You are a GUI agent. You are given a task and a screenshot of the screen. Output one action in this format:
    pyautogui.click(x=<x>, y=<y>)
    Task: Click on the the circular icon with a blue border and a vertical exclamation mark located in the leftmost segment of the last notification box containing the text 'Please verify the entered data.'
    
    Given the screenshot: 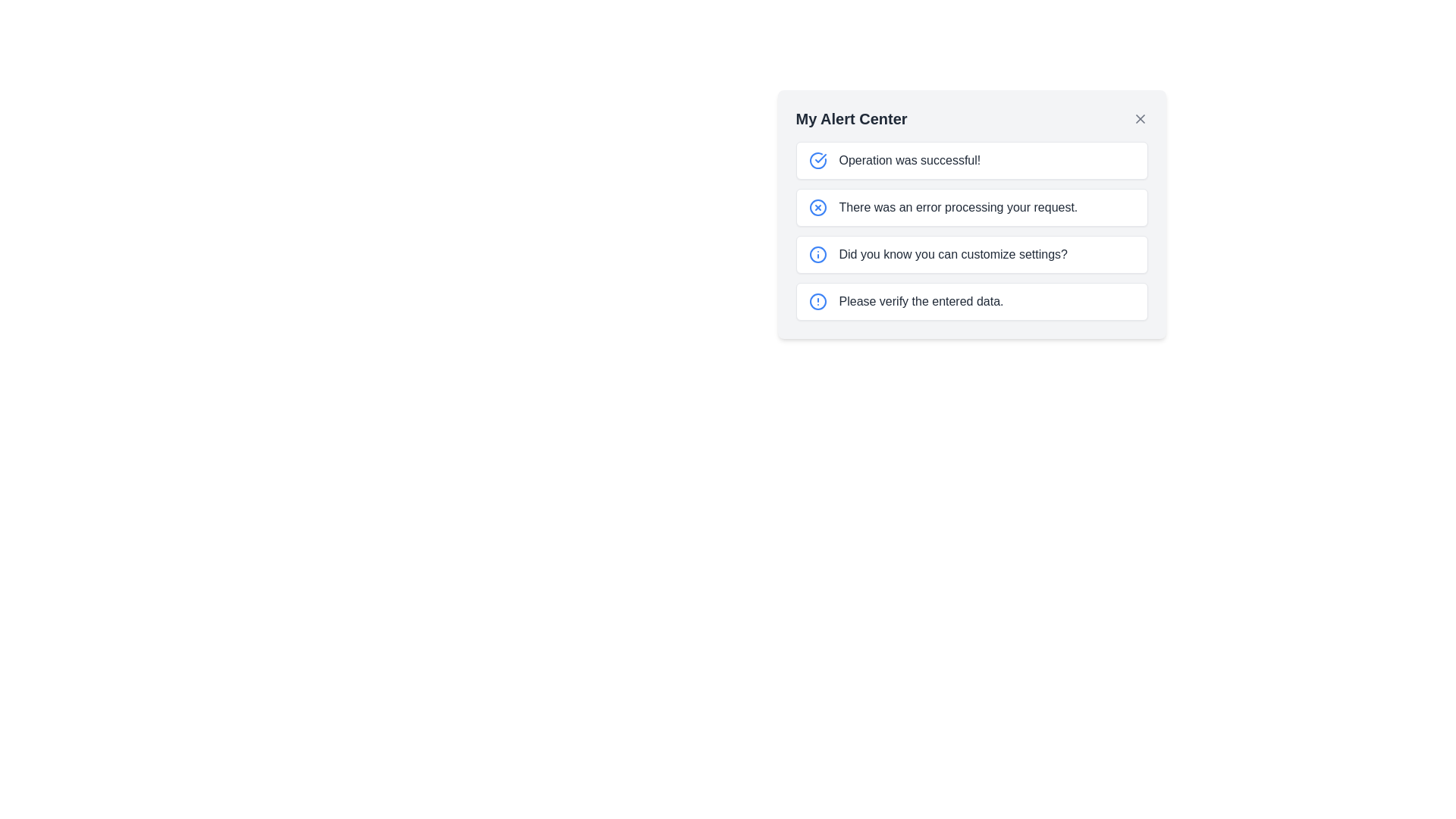 What is the action you would take?
    pyautogui.click(x=817, y=301)
    